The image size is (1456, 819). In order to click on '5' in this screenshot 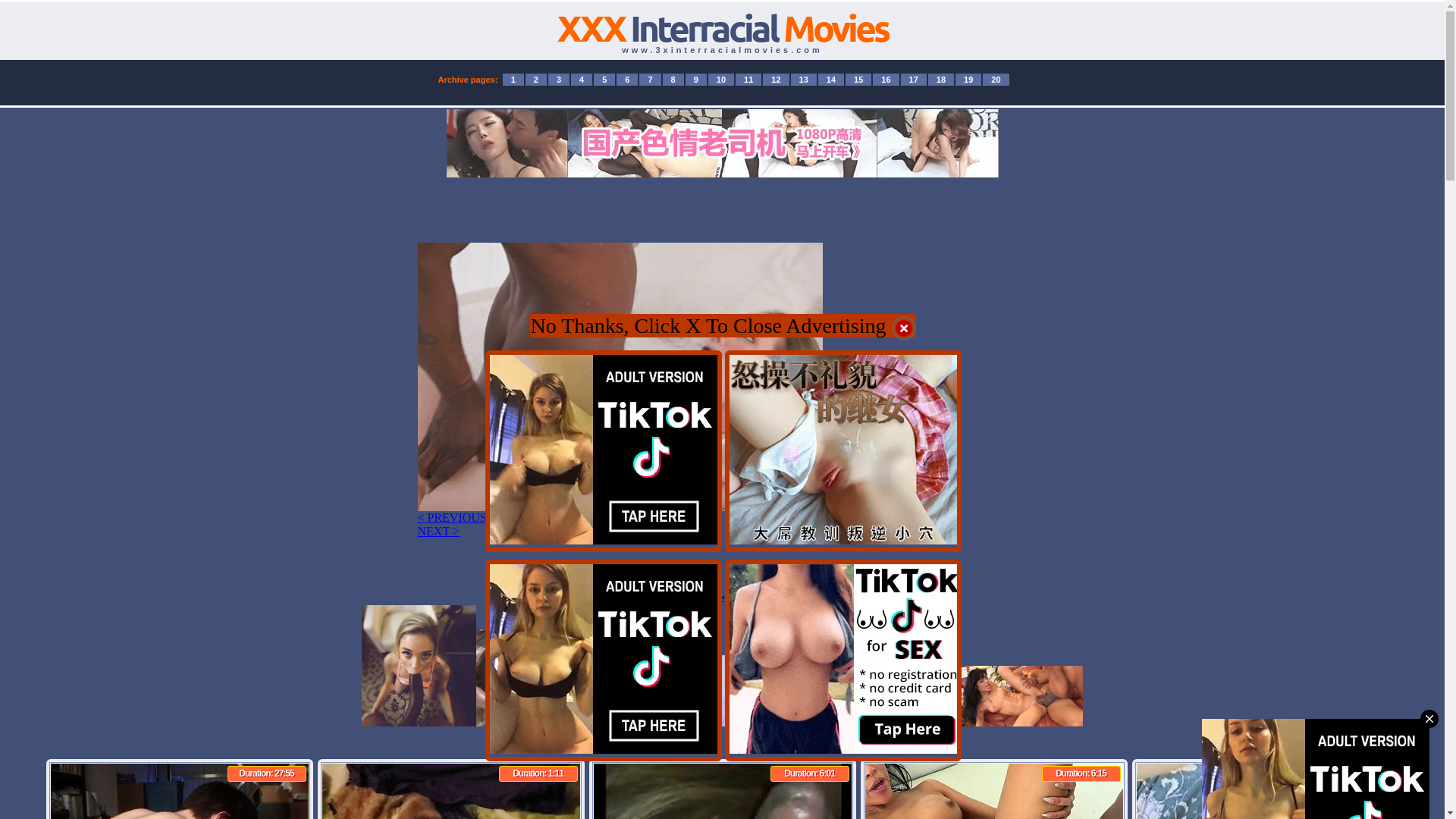, I will do `click(603, 79)`.